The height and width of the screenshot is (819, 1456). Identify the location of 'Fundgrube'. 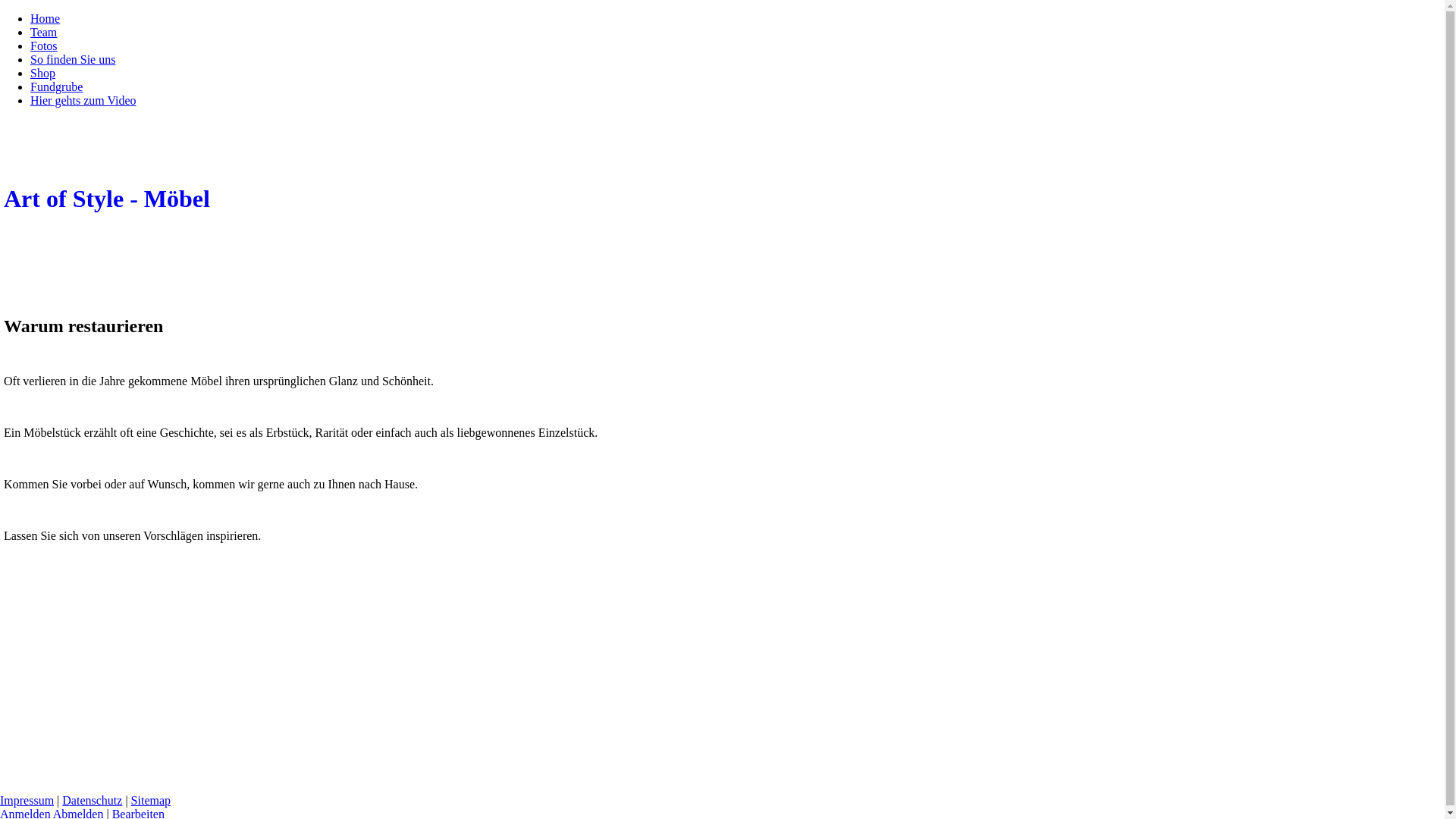
(30, 86).